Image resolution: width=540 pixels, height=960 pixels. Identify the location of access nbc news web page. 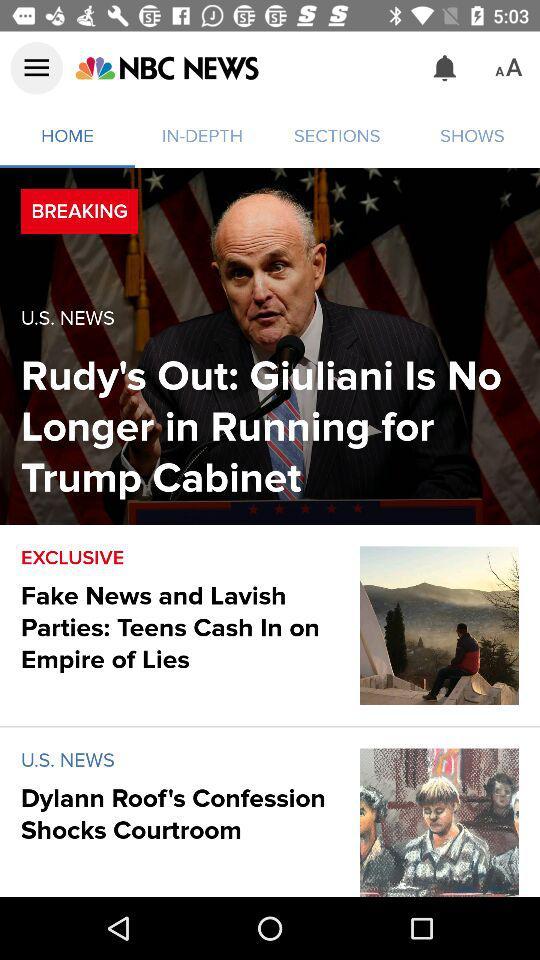
(165, 68).